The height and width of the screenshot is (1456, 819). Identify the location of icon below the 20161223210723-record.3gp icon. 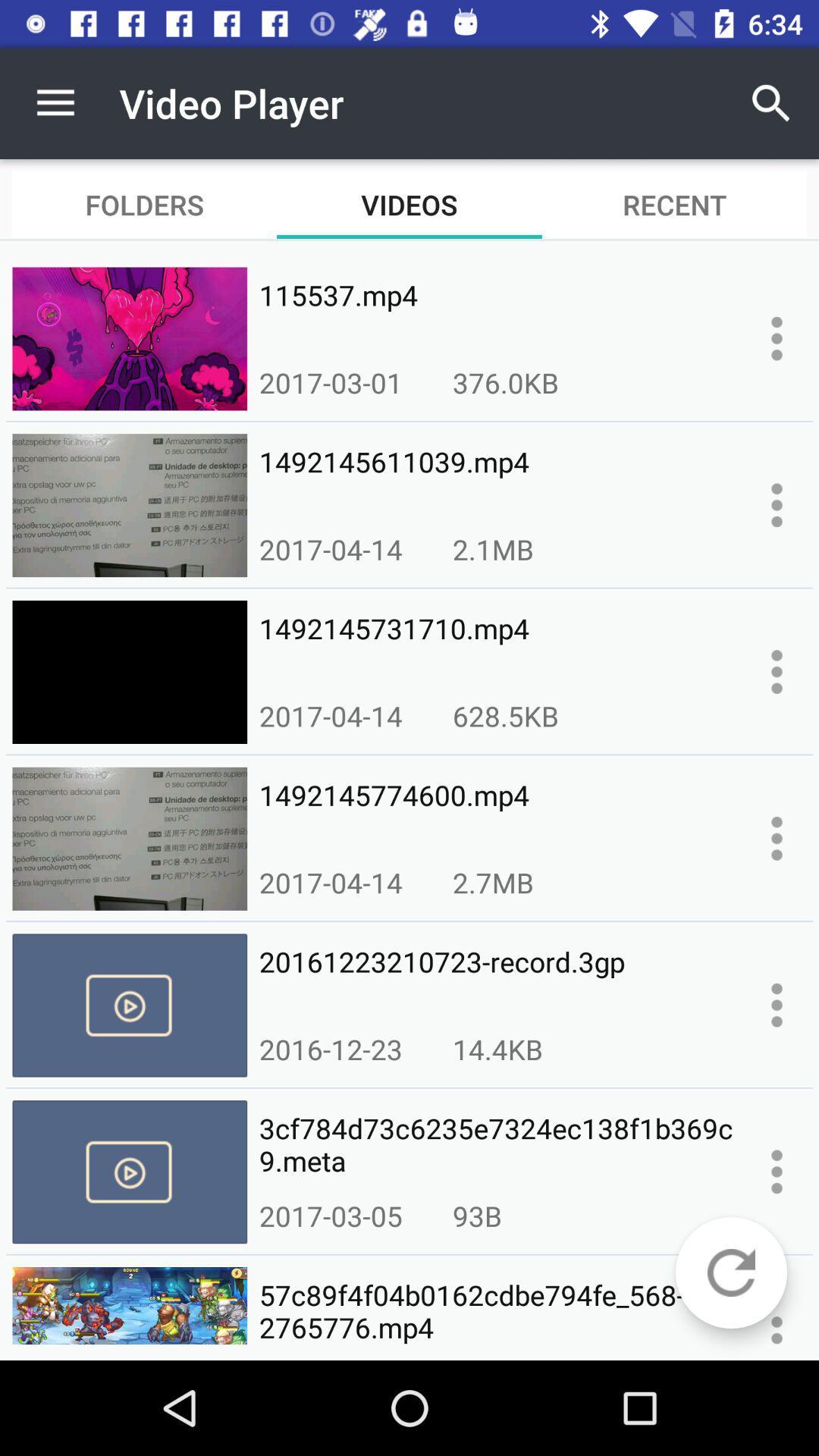
(330, 1048).